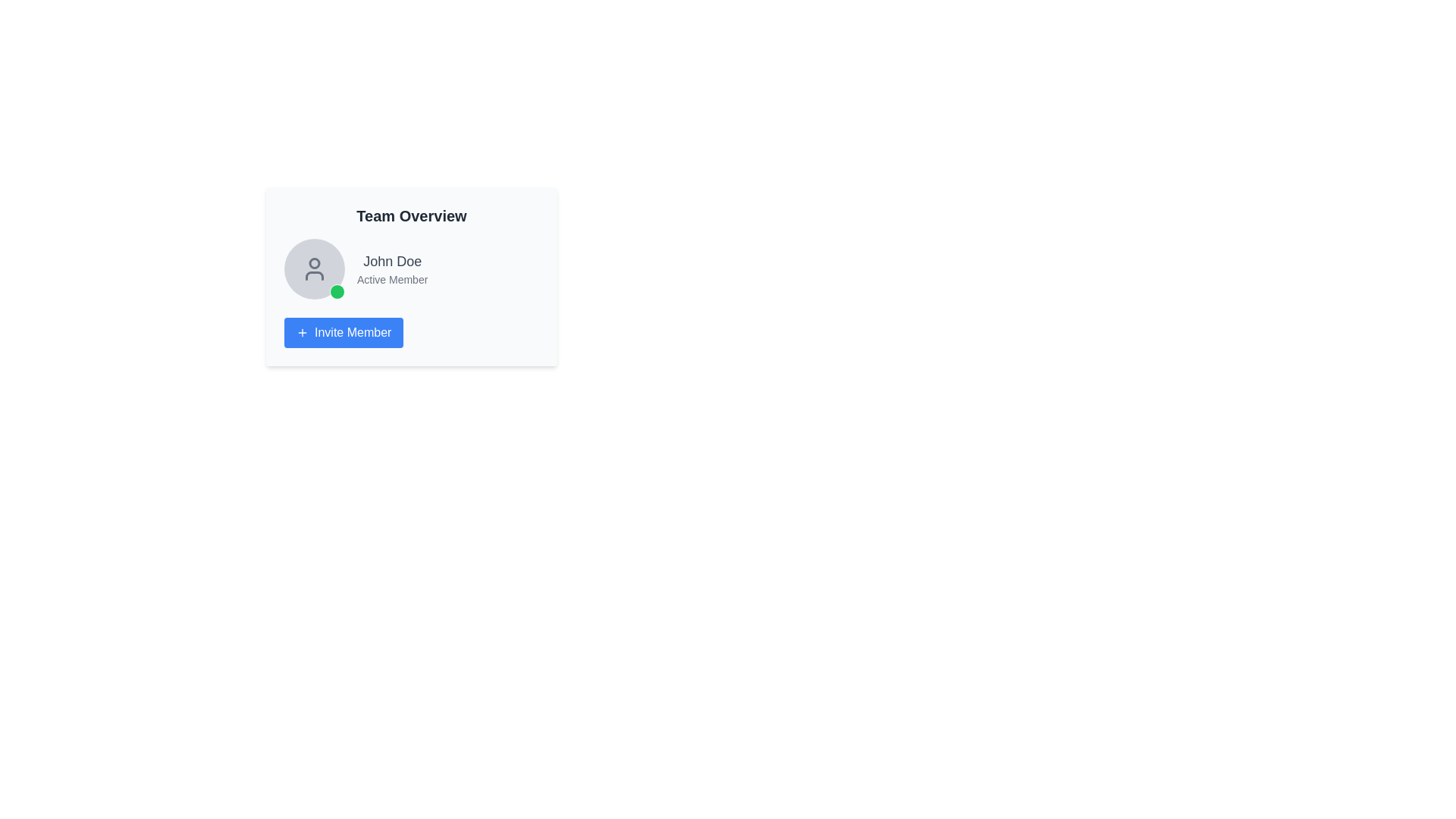 This screenshot has width=1456, height=819. I want to click on the Profile Information Block that contains a profile icon, a green status indicator, the name 'John Doe' in bold text, and the label 'Active Member'. This block is centrally positioned below the 'Team Overview' heading and above the 'Invite Member' button, so click(411, 268).